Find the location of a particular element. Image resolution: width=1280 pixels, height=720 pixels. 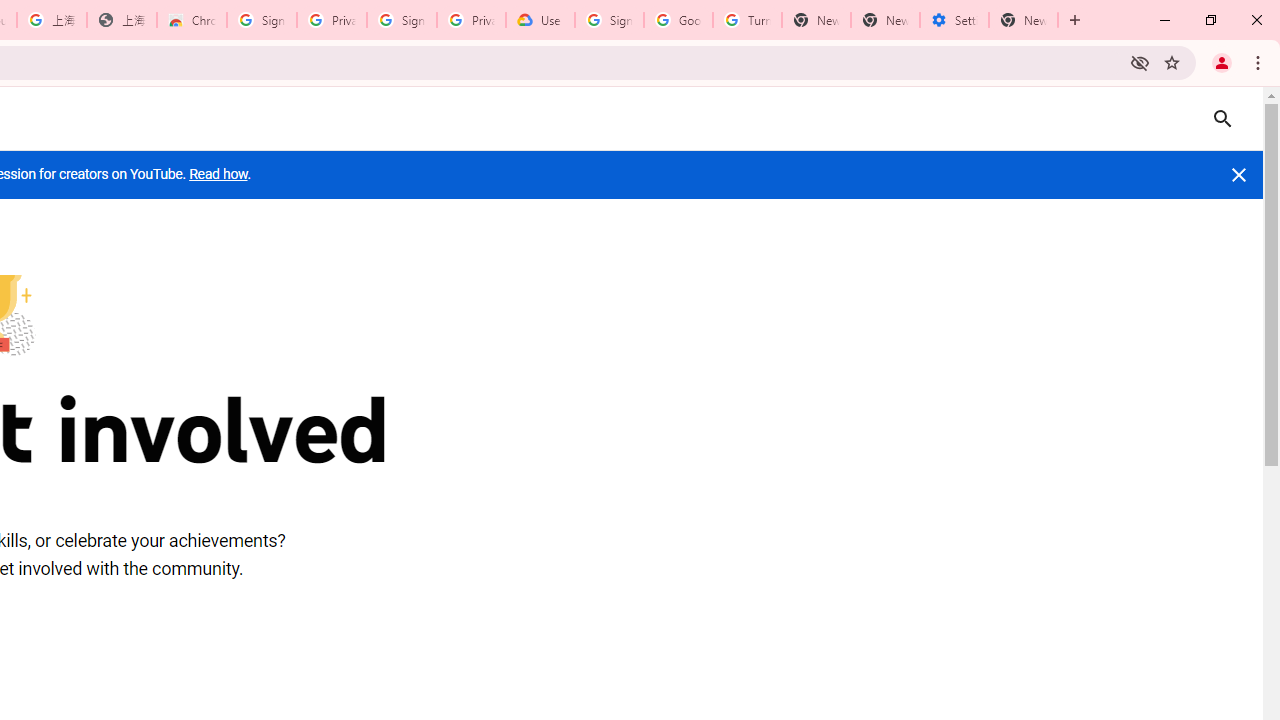

'Read how' is located at coordinates (218, 173).